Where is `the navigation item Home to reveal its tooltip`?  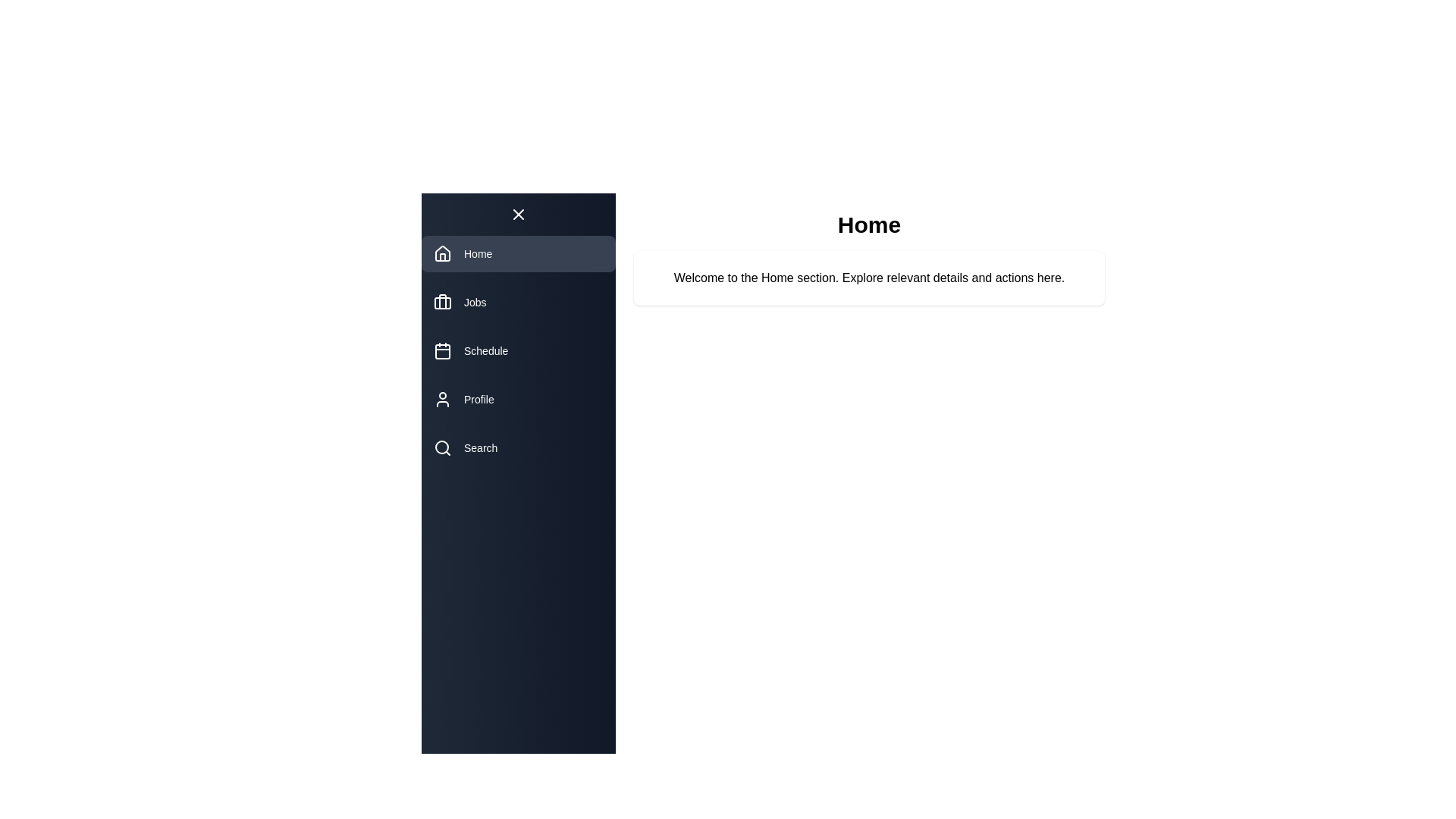
the navigation item Home to reveal its tooltip is located at coordinates (519, 253).